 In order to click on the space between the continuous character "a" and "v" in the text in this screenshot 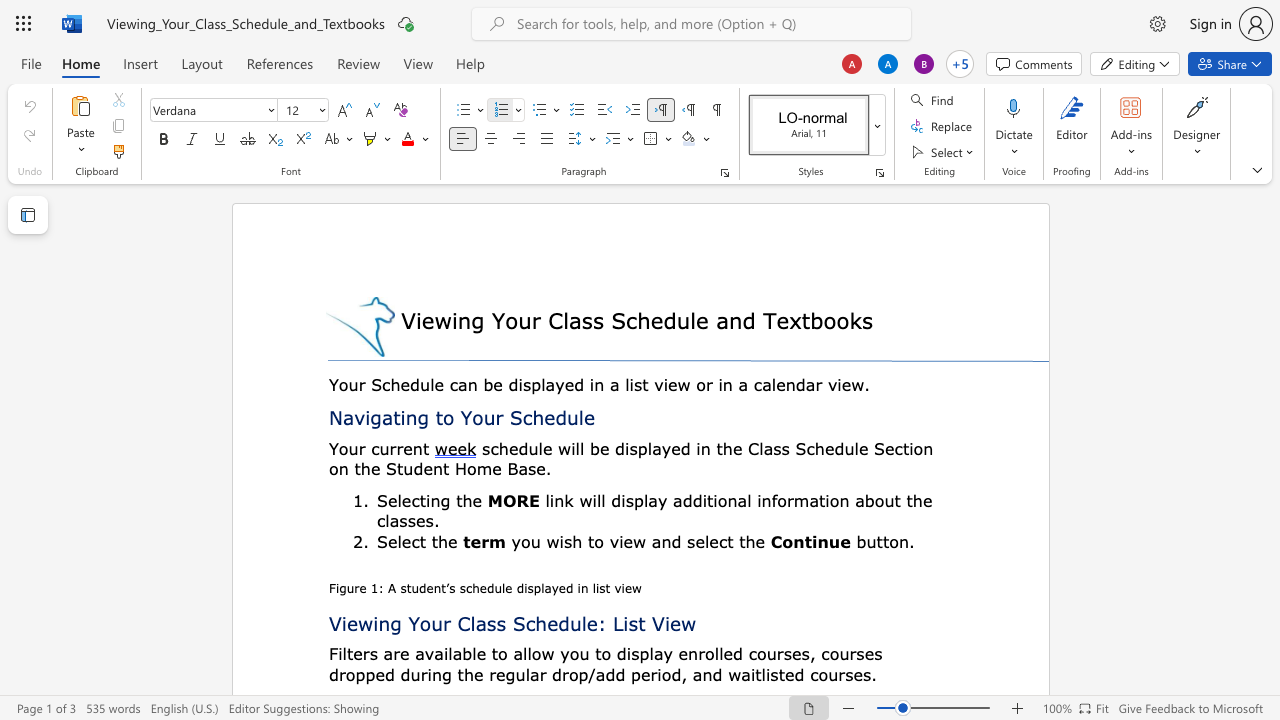, I will do `click(354, 416)`.